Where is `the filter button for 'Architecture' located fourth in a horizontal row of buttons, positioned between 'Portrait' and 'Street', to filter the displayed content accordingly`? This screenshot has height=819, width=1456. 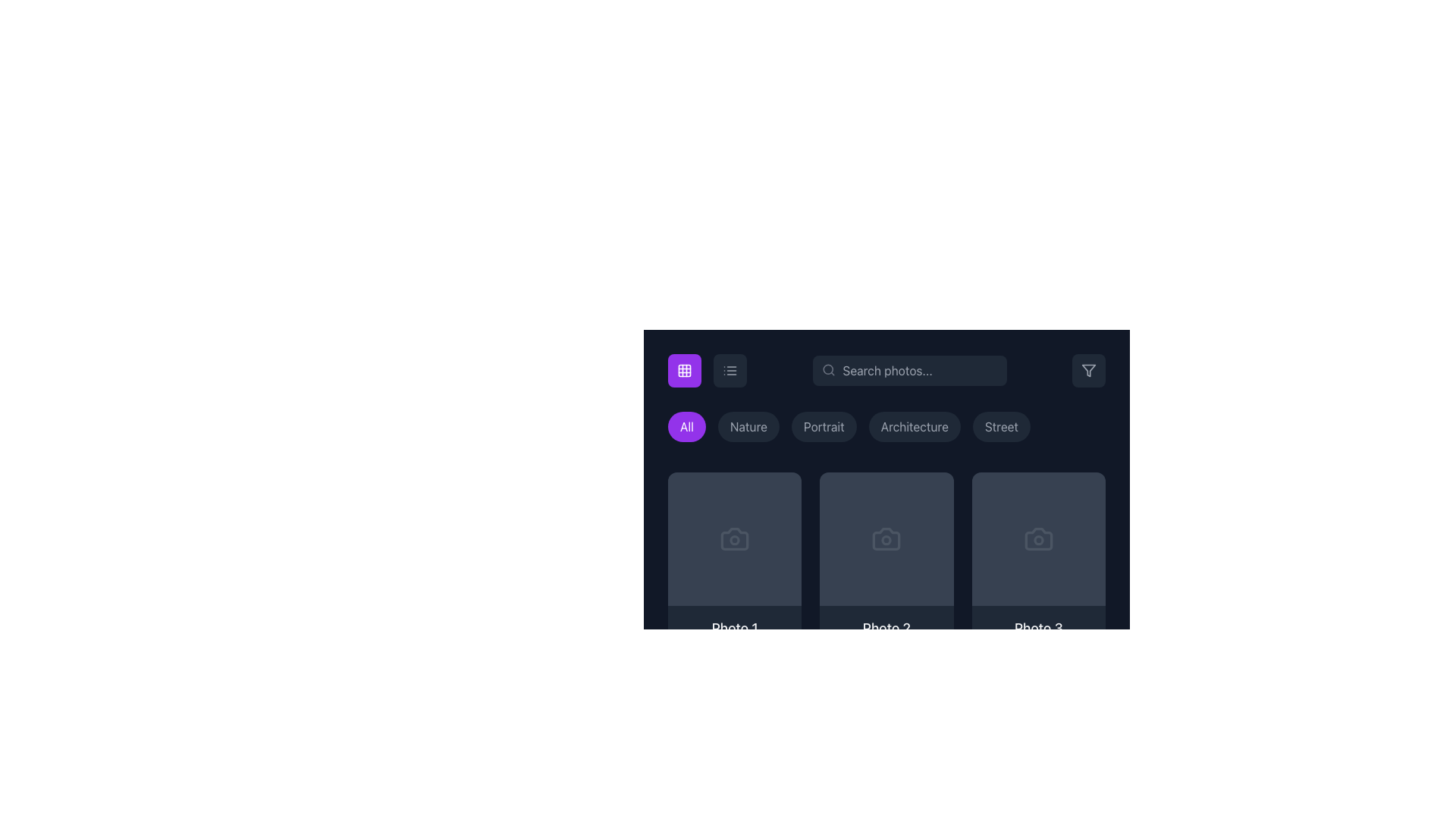 the filter button for 'Architecture' located fourth in a horizontal row of buttons, positioned between 'Portrait' and 'Street', to filter the displayed content accordingly is located at coordinates (914, 427).